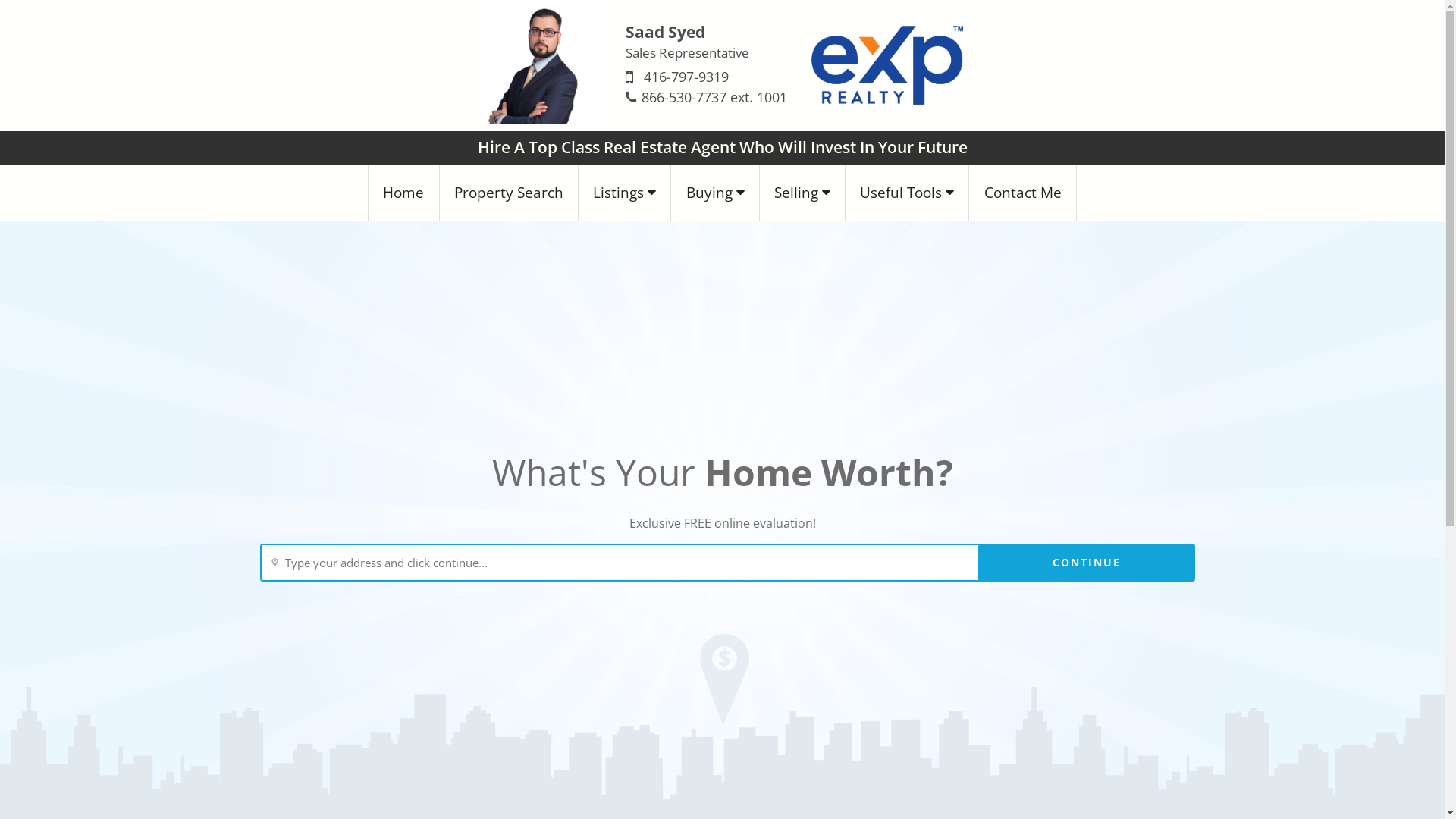 Image resolution: width=1456 pixels, height=819 pixels. Describe the element at coordinates (713, 96) in the screenshot. I see `'866-530-7737 ext. 1001'` at that location.